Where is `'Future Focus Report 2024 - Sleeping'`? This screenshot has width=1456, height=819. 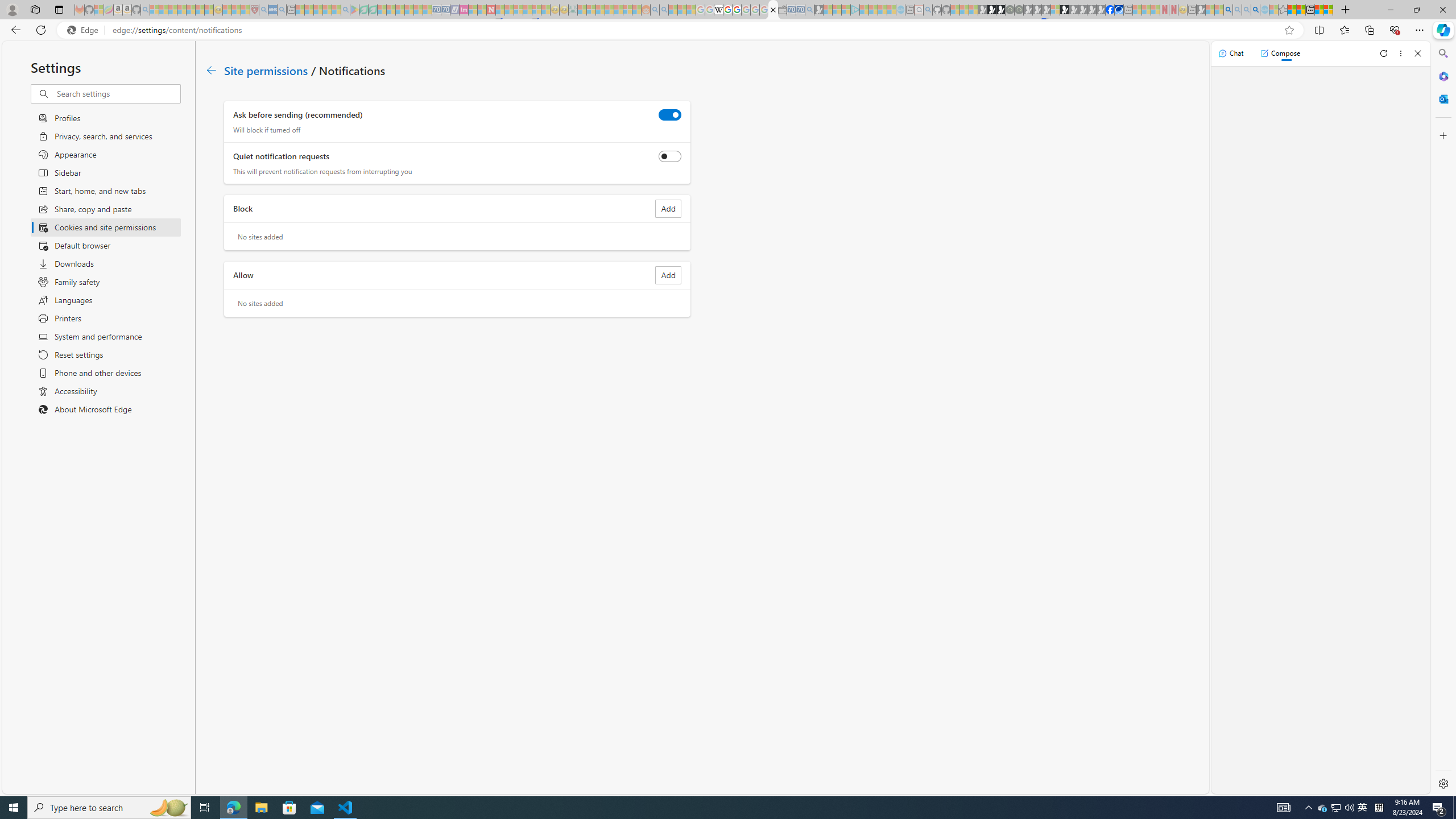
'Future Focus Report 2024 - Sleeping' is located at coordinates (1017, 9).